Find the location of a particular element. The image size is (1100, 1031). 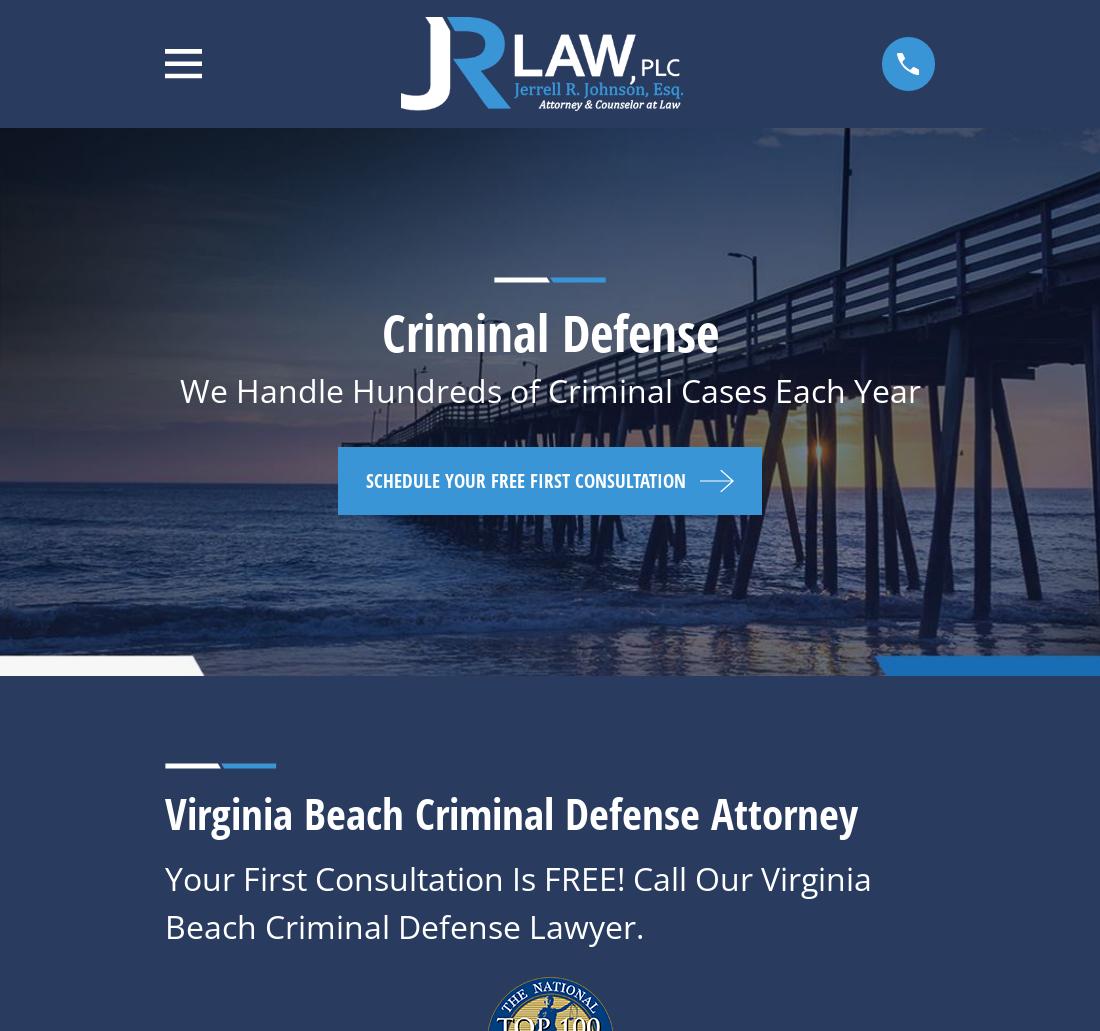

'Please enter your email address.' is located at coordinates (811, 805).